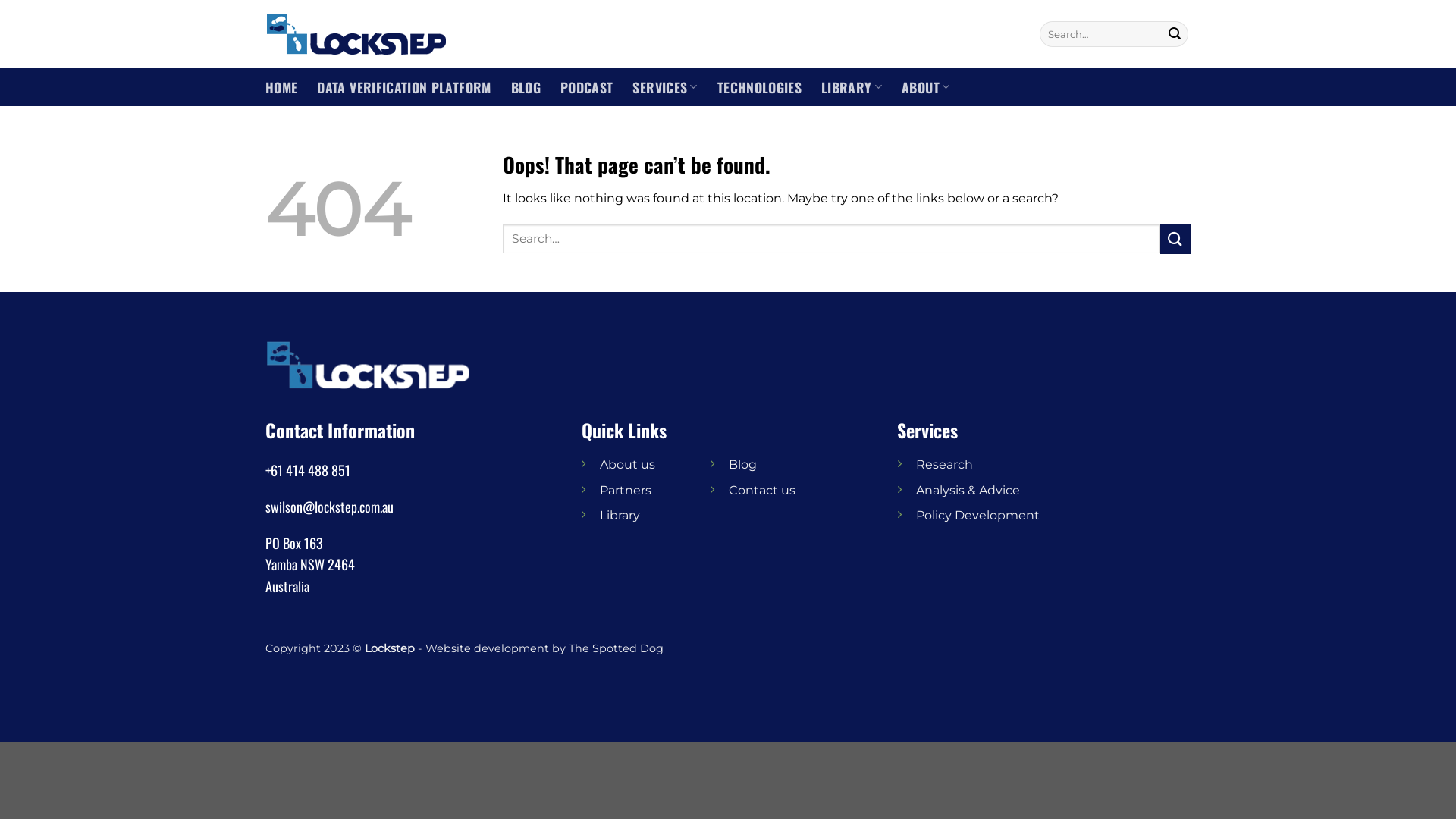 The image size is (1456, 819). I want to click on 'Research', so click(915, 463).